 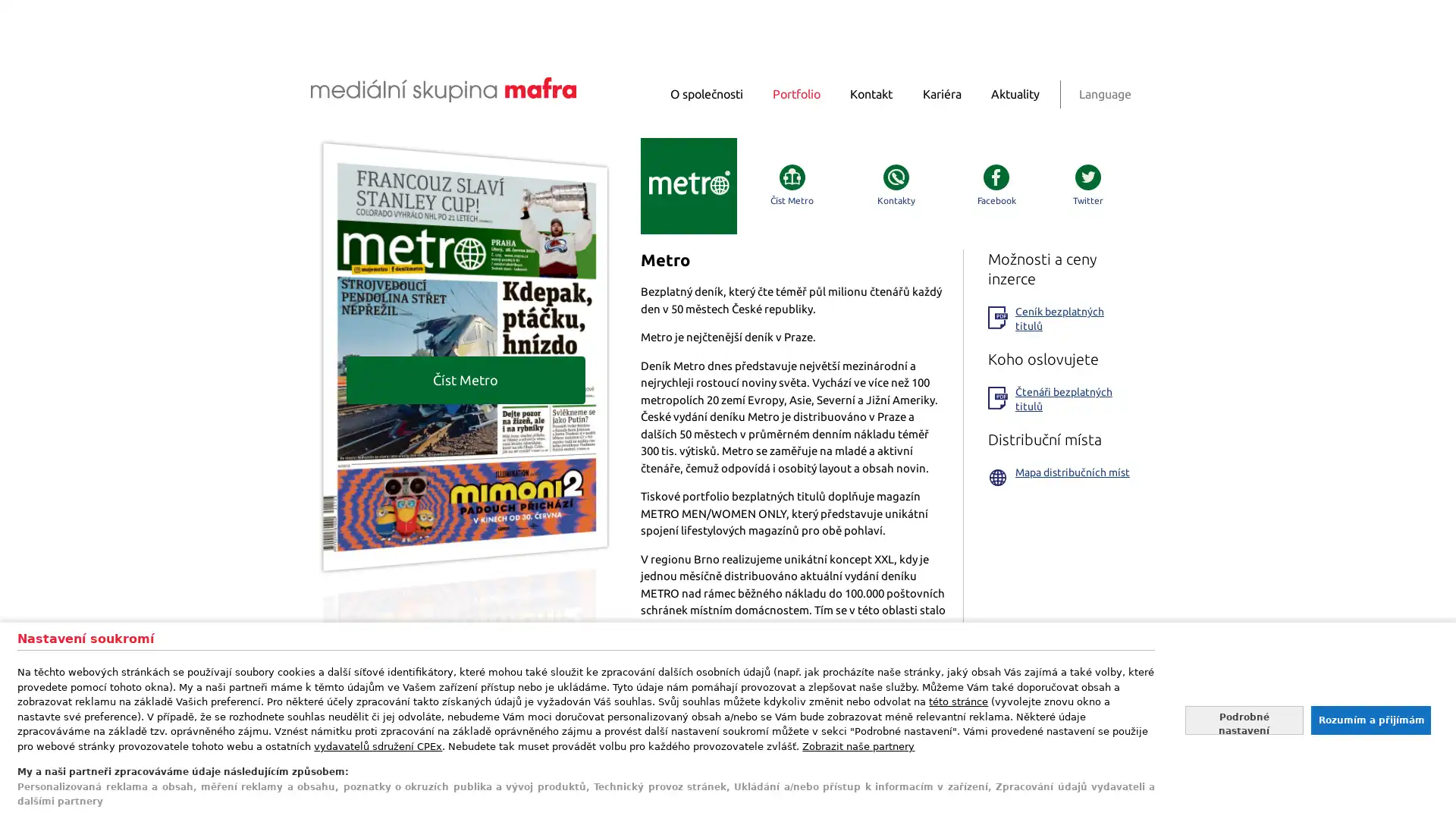 I want to click on Souhlasit s nasim zpracovanim udaju a zavrit, so click(x=1370, y=719).